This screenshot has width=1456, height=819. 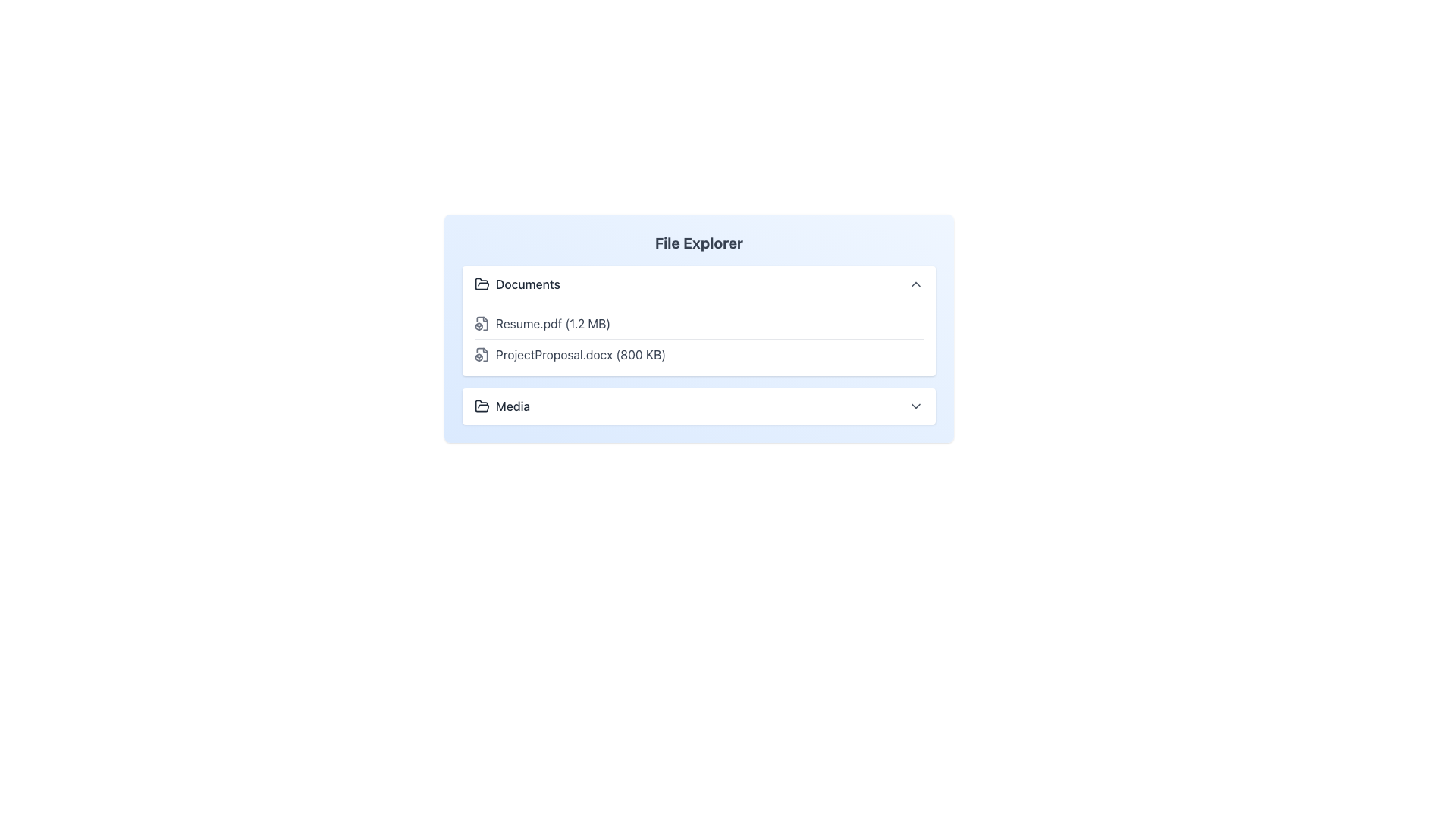 I want to click on the List item representing the file entry 'ProjectProposal.docx (800 KB)' in the 'Documents' section of the 'File Explorer' interface, so click(x=698, y=354).